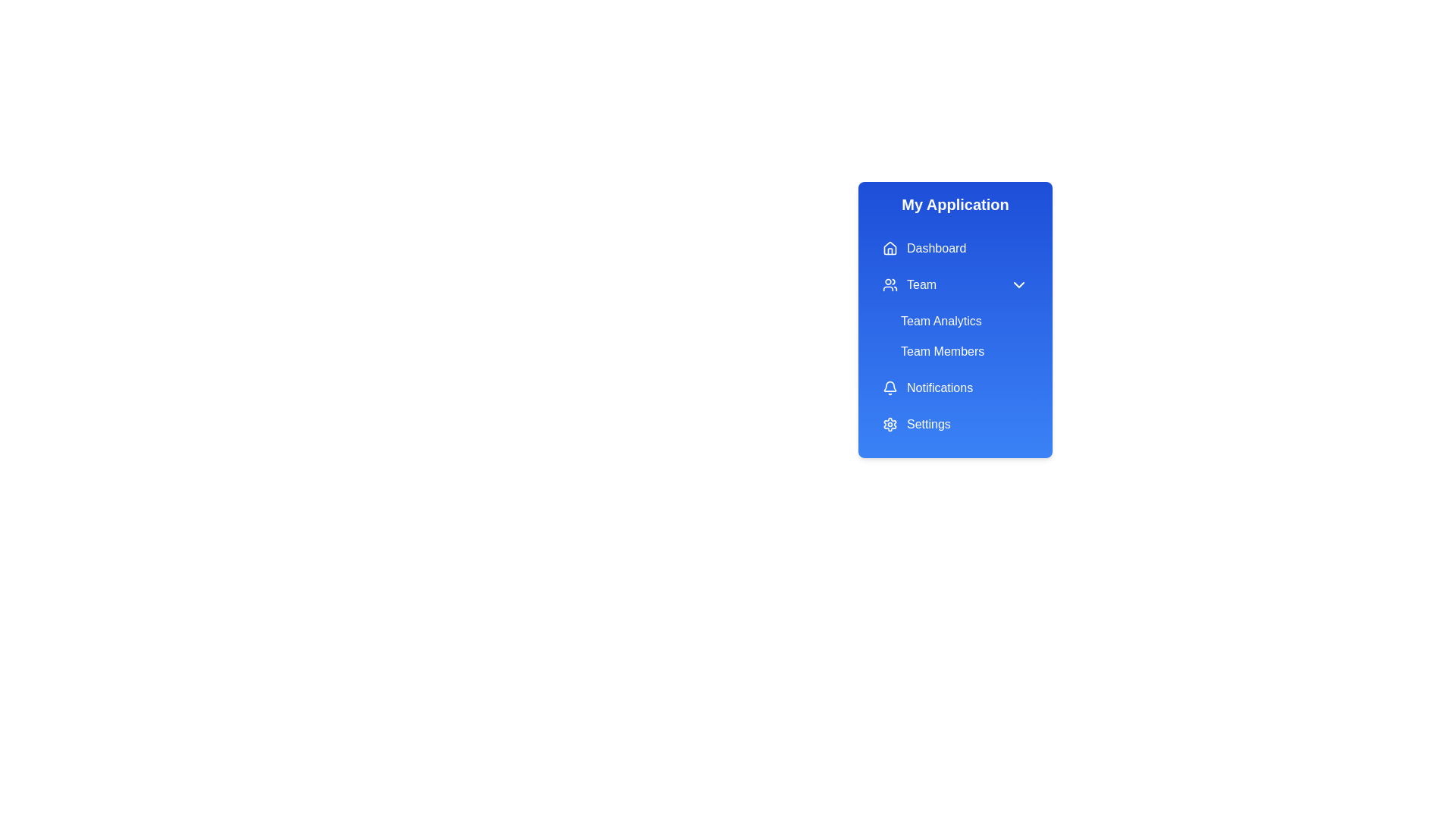 The image size is (1456, 819). Describe the element at coordinates (954, 318) in the screenshot. I see `text from the multiline text label that provides navigation options for 'Team Analytics' and 'Team Members' within the dropdown menu labeled 'Team', located directly below the 'Team' label and above the 'Notifications' menu item` at that location.